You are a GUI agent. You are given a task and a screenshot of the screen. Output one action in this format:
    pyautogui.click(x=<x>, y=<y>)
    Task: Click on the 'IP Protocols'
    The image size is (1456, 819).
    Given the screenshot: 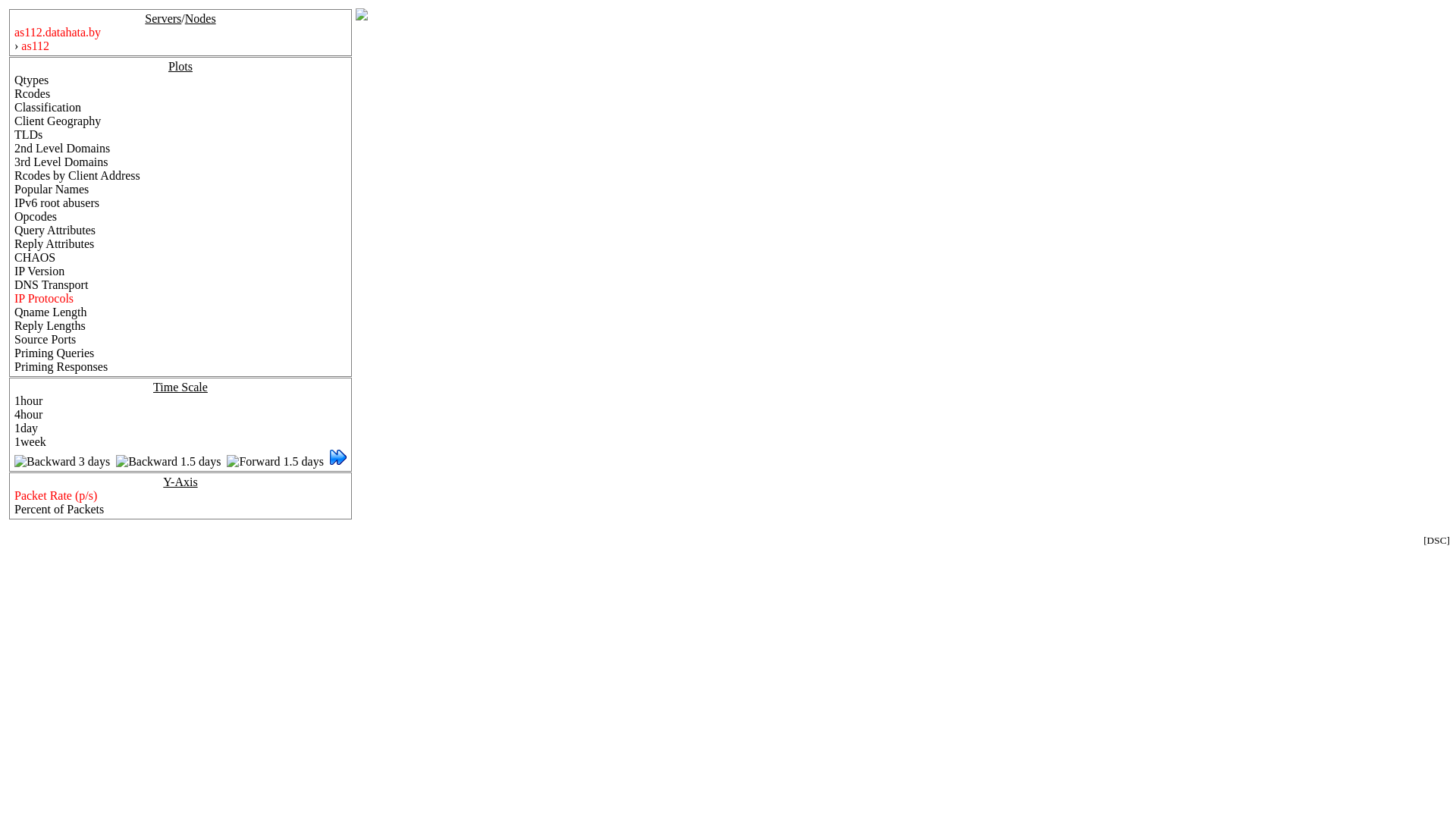 What is the action you would take?
    pyautogui.click(x=43, y=298)
    